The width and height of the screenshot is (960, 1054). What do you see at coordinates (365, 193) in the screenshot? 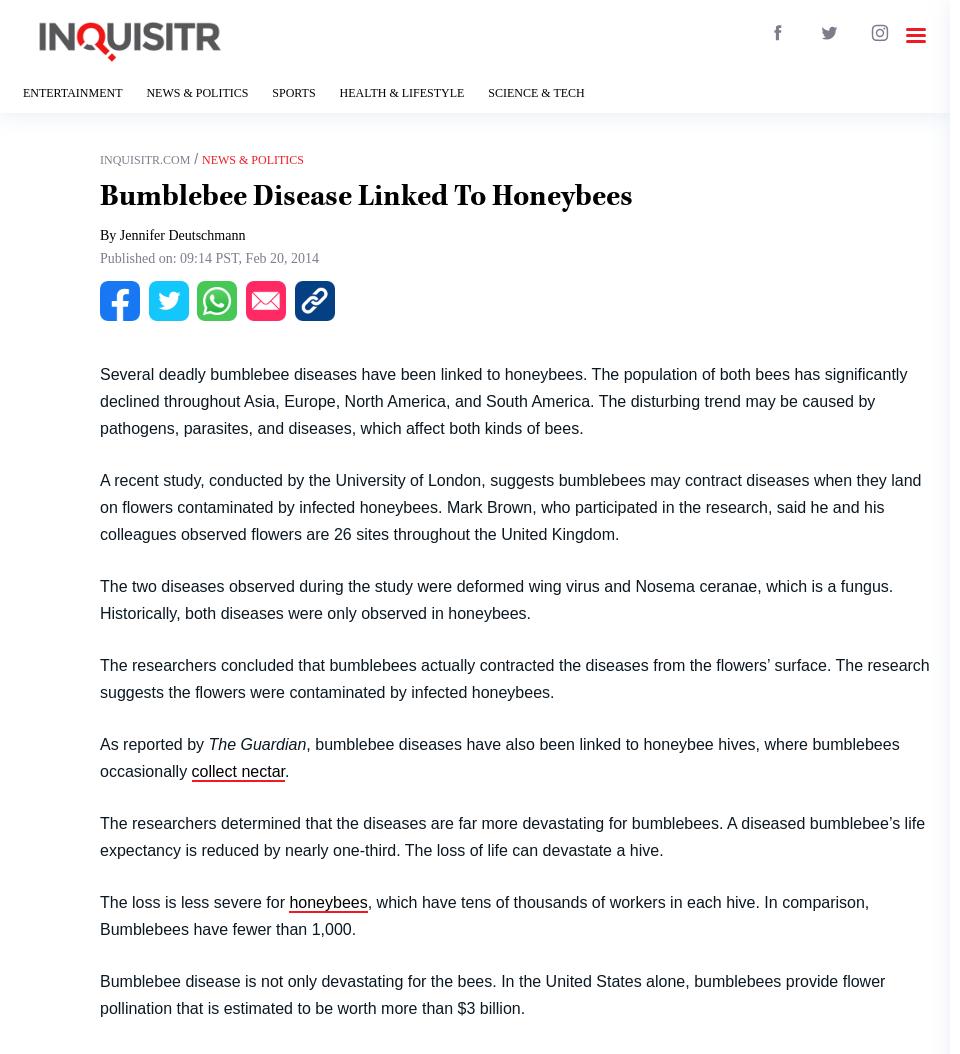
I see `'Bumblebee Disease Linked To Honeybees'` at bounding box center [365, 193].